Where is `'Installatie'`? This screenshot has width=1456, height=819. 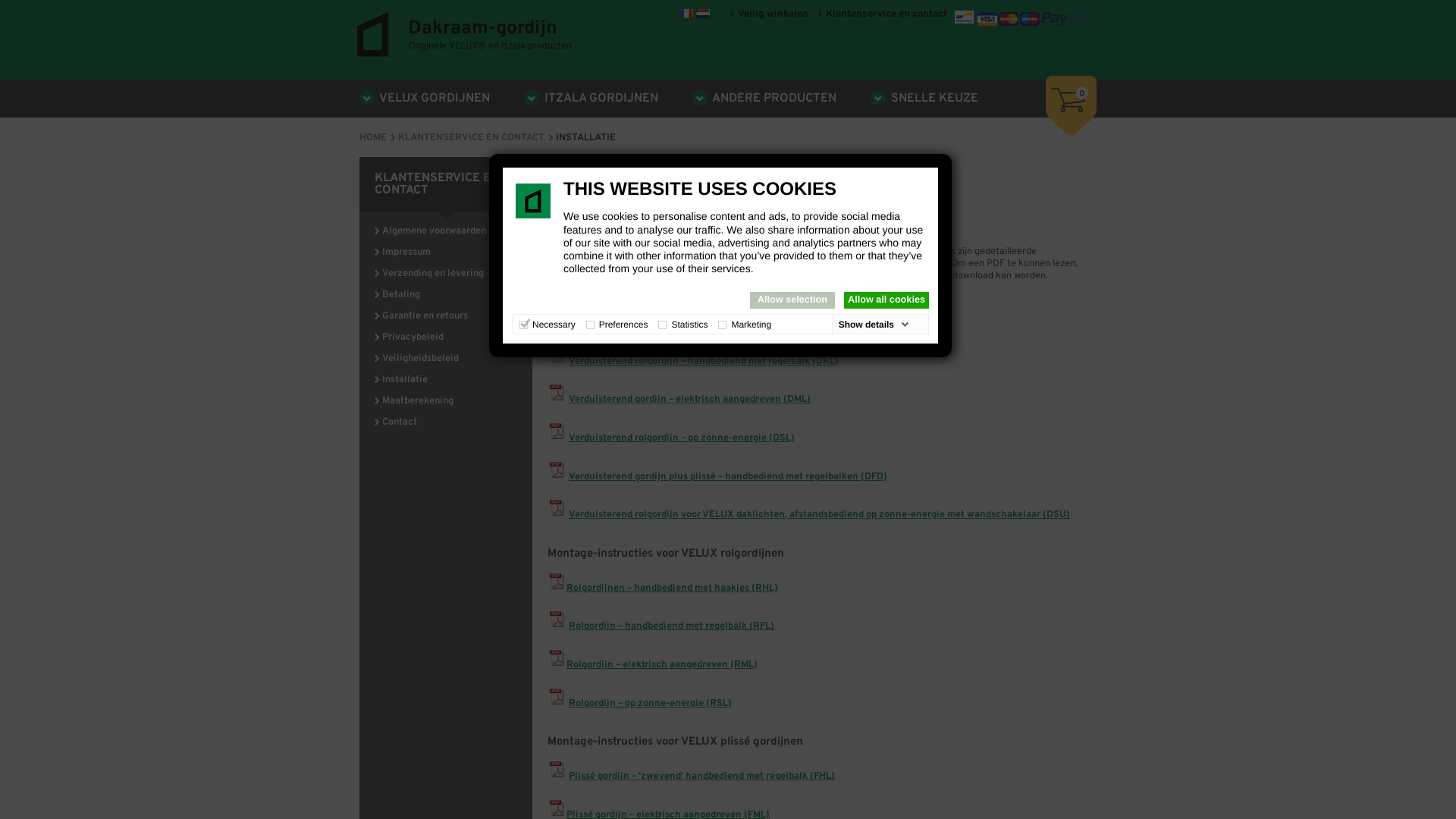 'Installatie' is located at coordinates (404, 379).